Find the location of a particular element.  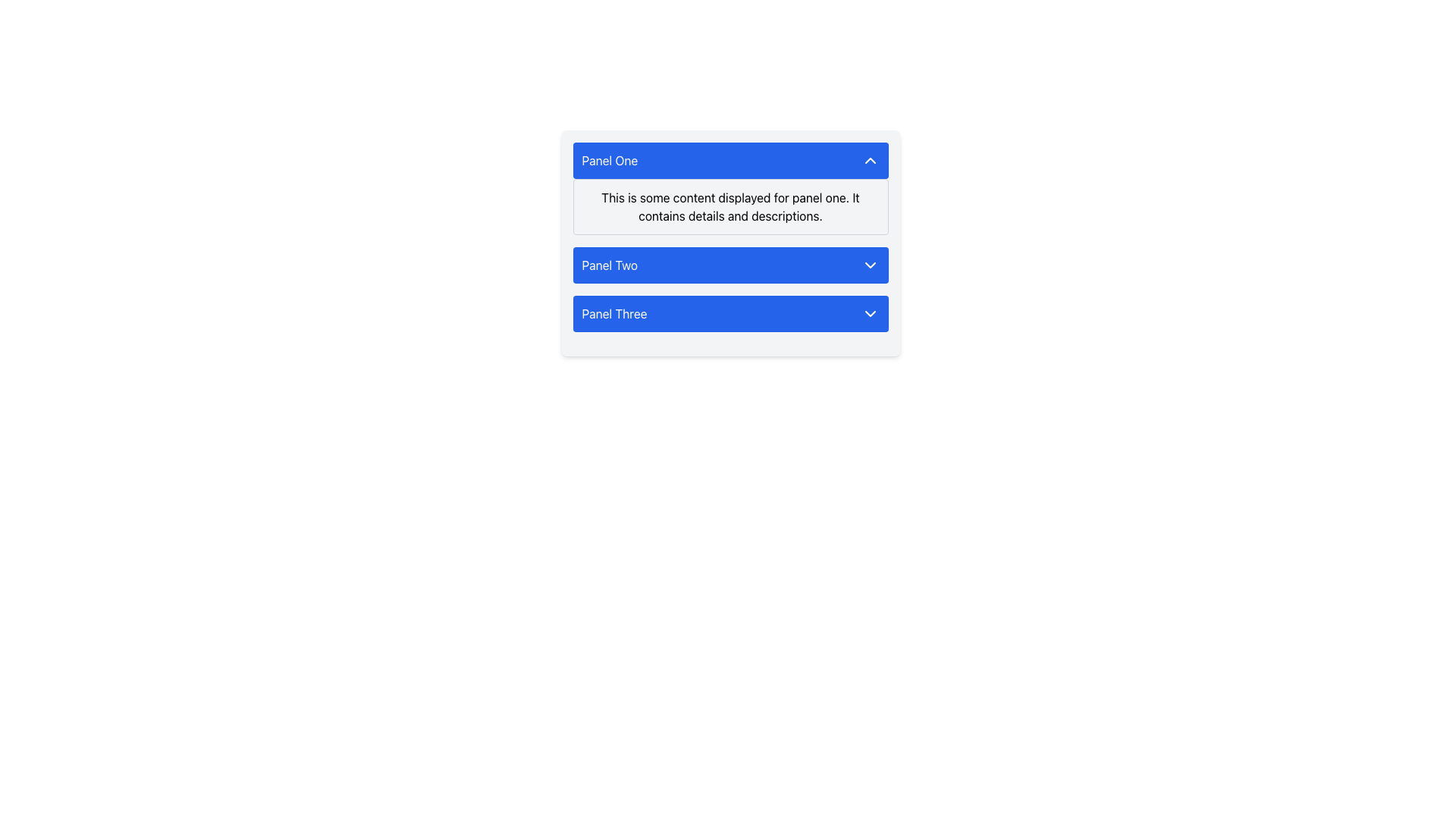

text label displaying 'Panel Three' in white on a blue background located in the bottom section of the grouped panel navigation layout is located at coordinates (614, 312).